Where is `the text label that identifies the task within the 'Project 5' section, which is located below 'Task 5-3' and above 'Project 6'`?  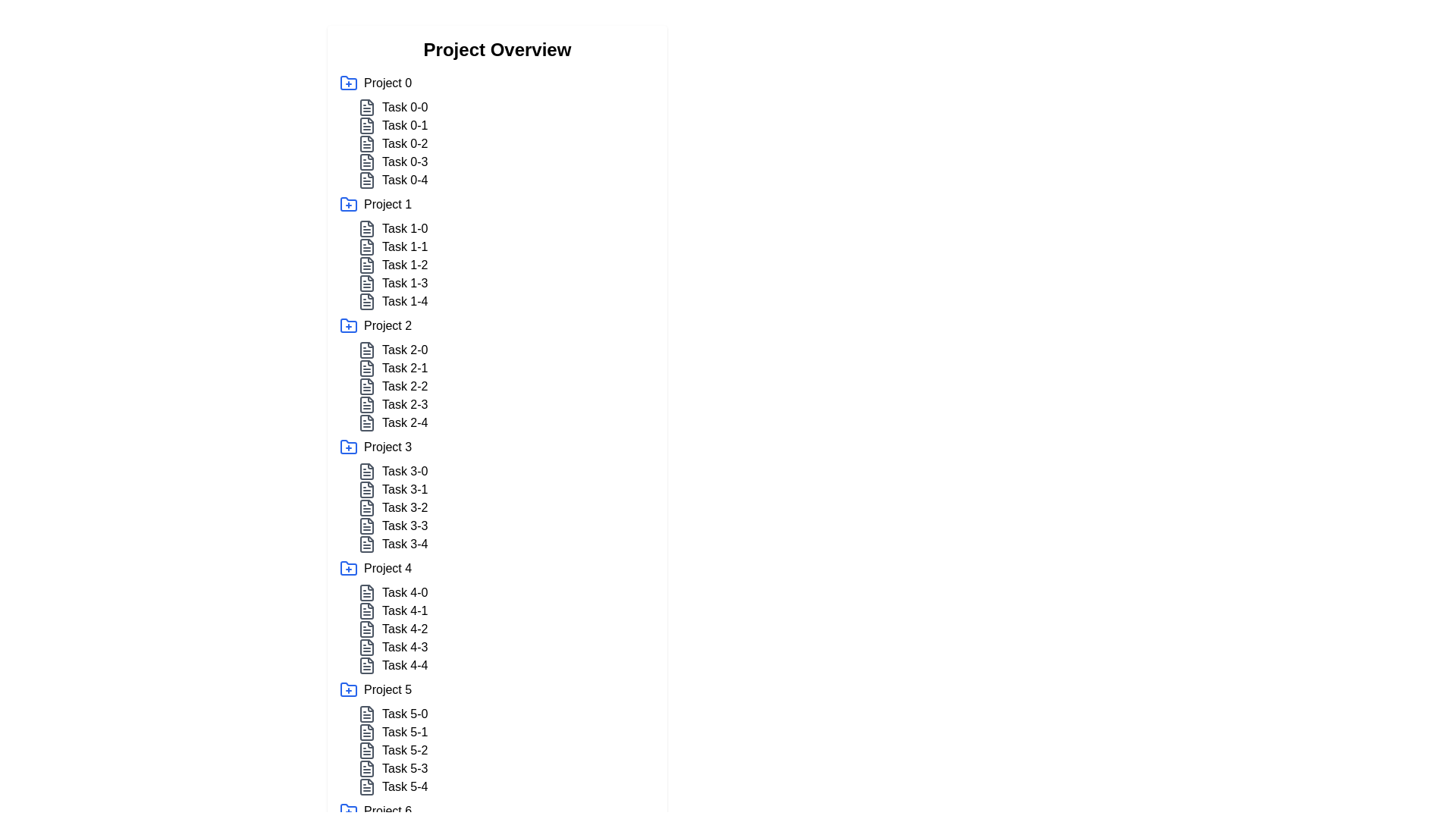 the text label that identifies the task within the 'Project 5' section, which is located below 'Task 5-3' and above 'Project 6' is located at coordinates (405, 786).